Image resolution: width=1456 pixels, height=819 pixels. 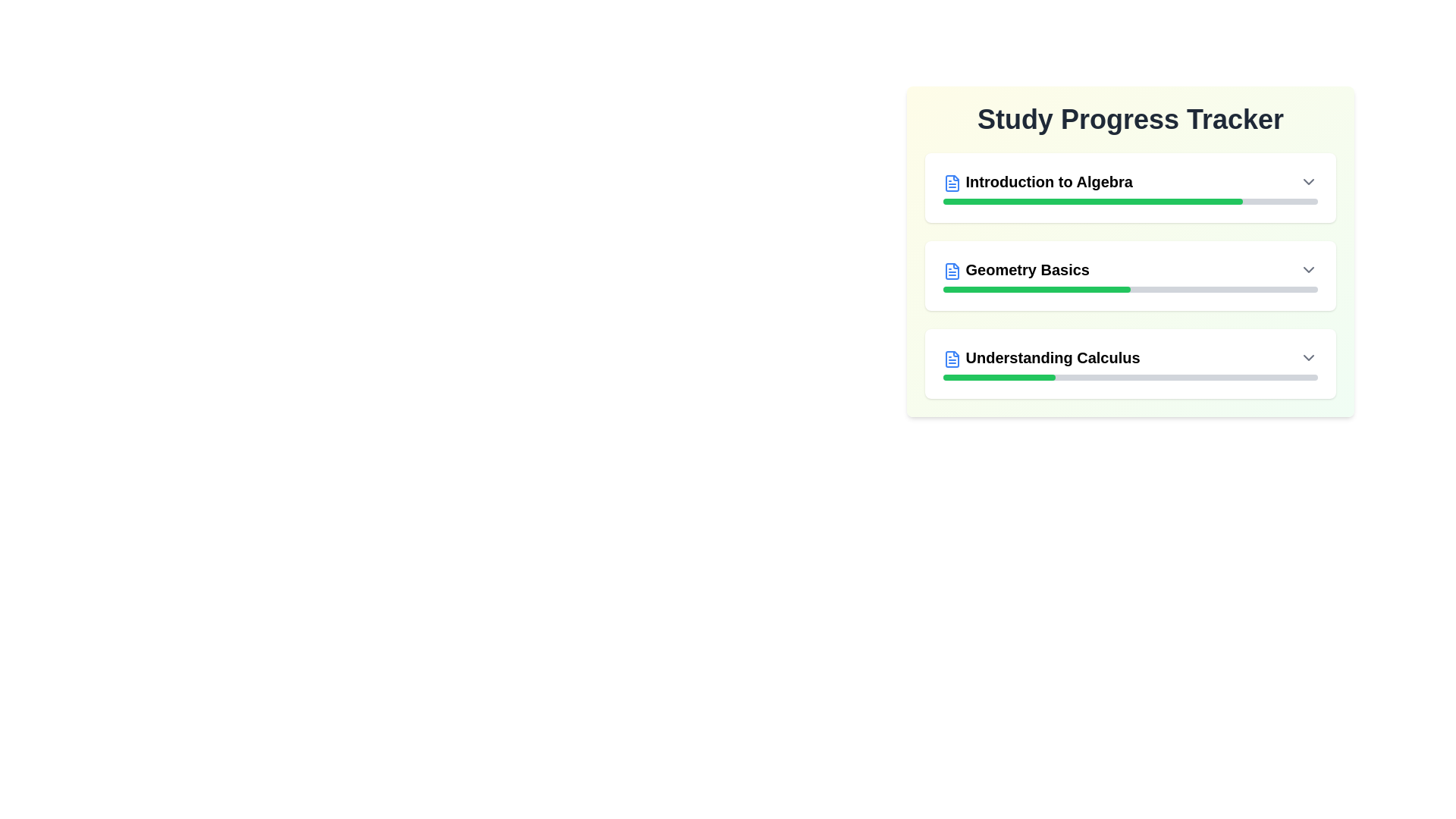 What do you see at coordinates (952, 270) in the screenshot?
I see `the graphical icon representing a document or text file, which is styled in blue and white, located to the left of the 'Geometry Basics' title in the 'Study Progress Tracker' section` at bounding box center [952, 270].